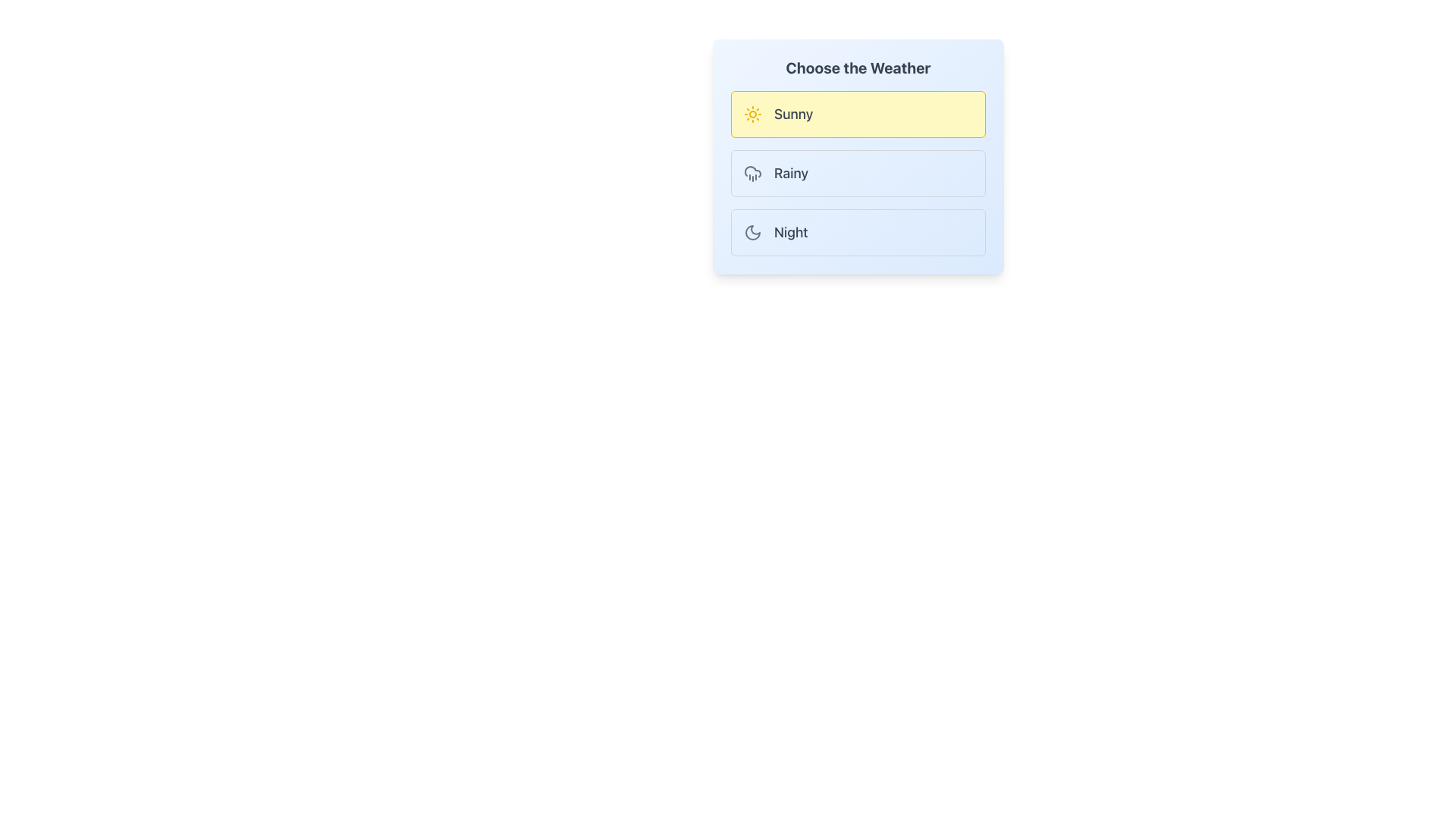 The image size is (1456, 819). Describe the element at coordinates (753, 233) in the screenshot. I see `the 'Night' icon located in the third row of the 'Choose the Weather' selection box, positioned under the 'Rainy' option and next to the 'Night' label` at that location.